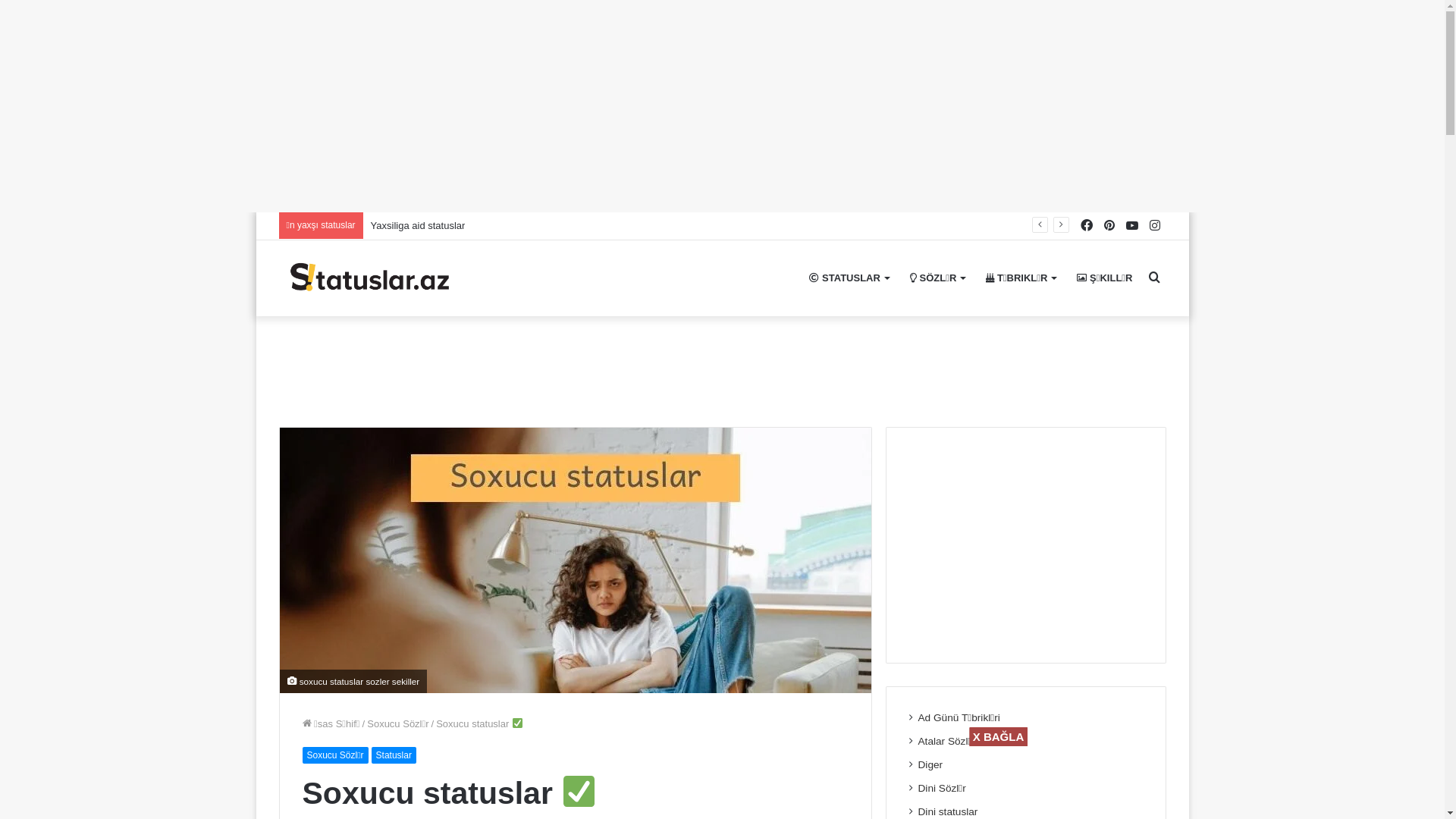 This screenshot has height=819, width=1456. I want to click on 'Advertisement', so click(454, 105).